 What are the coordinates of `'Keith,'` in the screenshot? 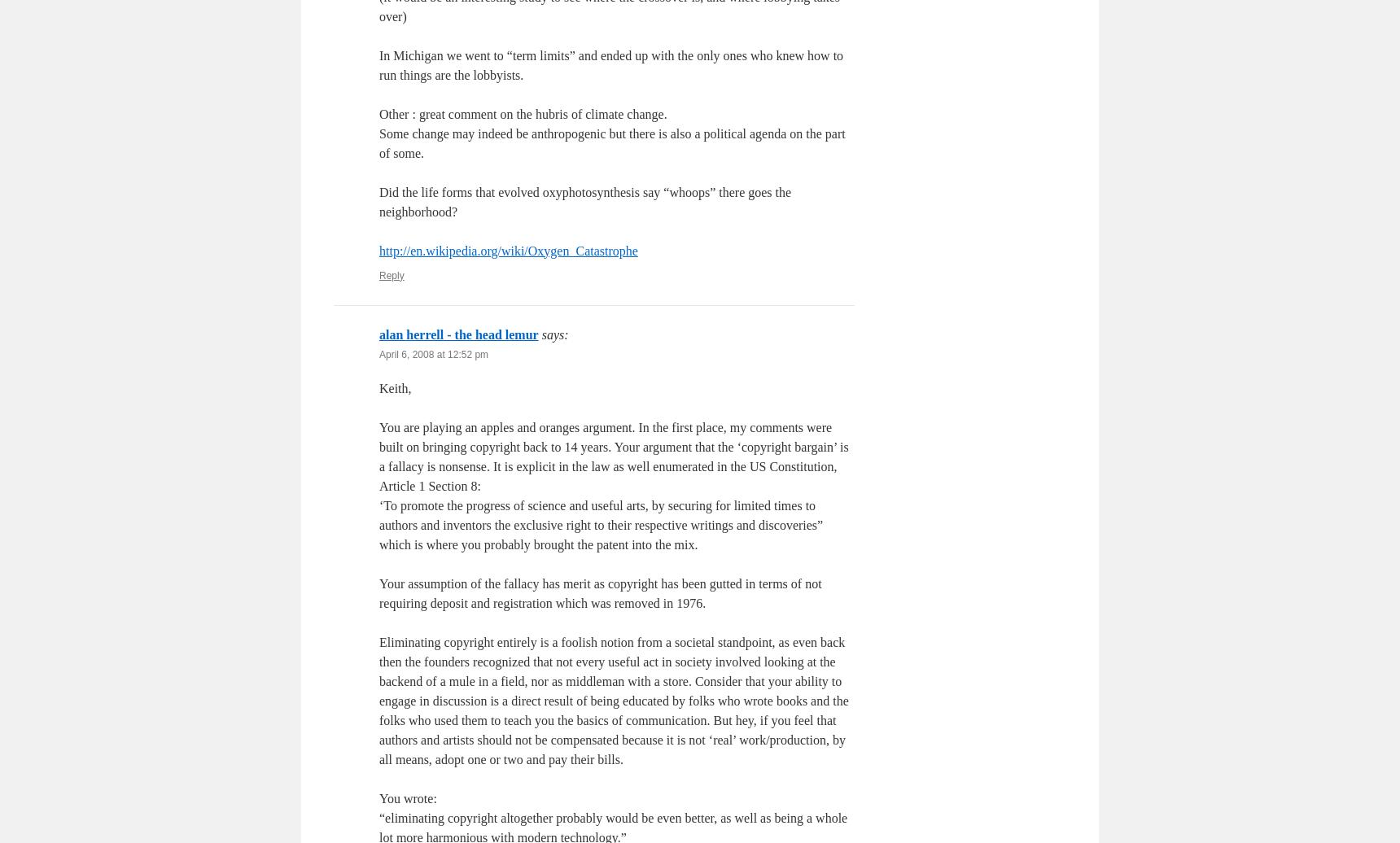 It's located at (394, 387).